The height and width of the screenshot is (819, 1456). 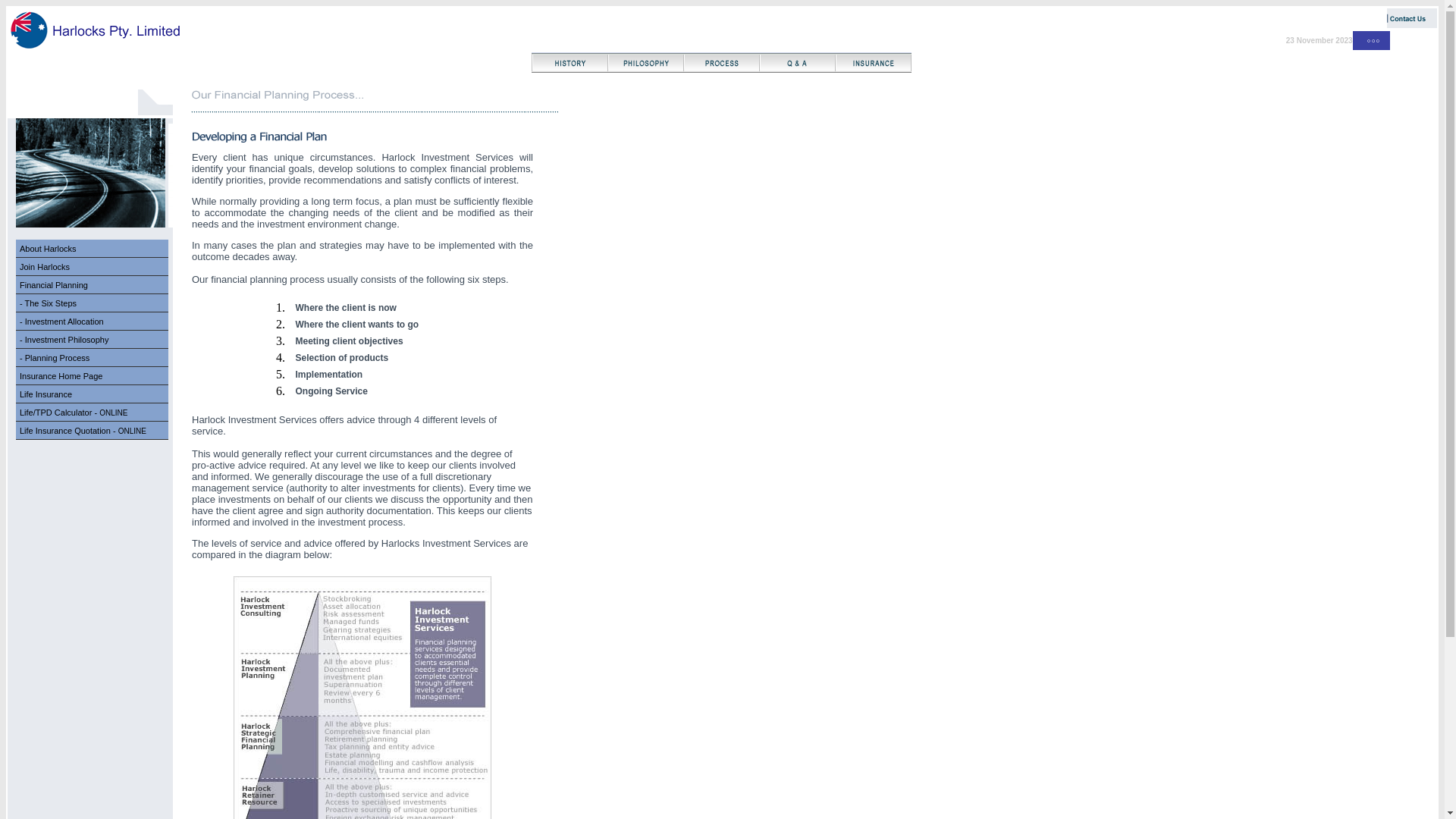 I want to click on 'Where the client is now', so click(x=345, y=307).